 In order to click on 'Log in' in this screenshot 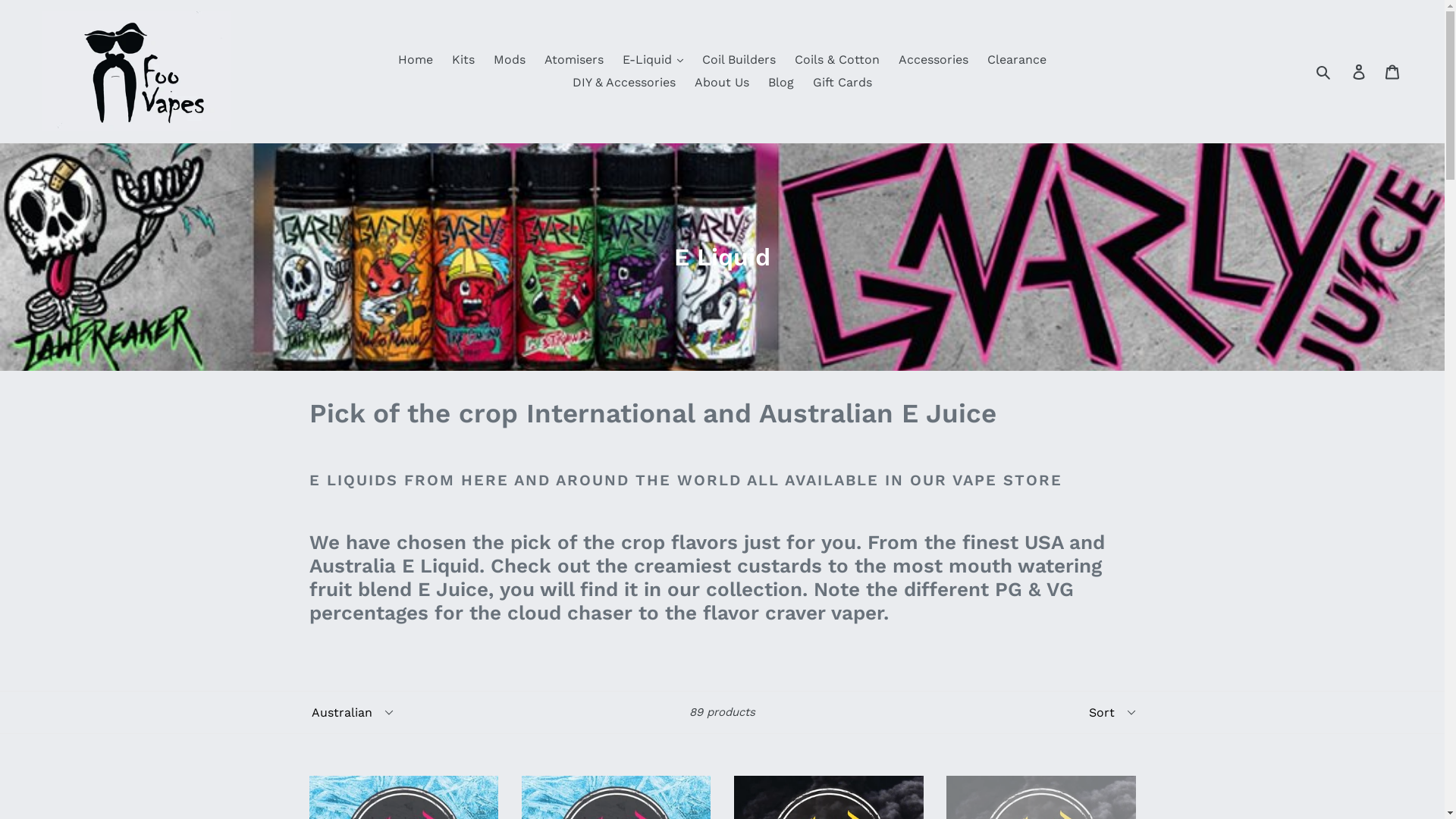, I will do `click(1360, 71)`.